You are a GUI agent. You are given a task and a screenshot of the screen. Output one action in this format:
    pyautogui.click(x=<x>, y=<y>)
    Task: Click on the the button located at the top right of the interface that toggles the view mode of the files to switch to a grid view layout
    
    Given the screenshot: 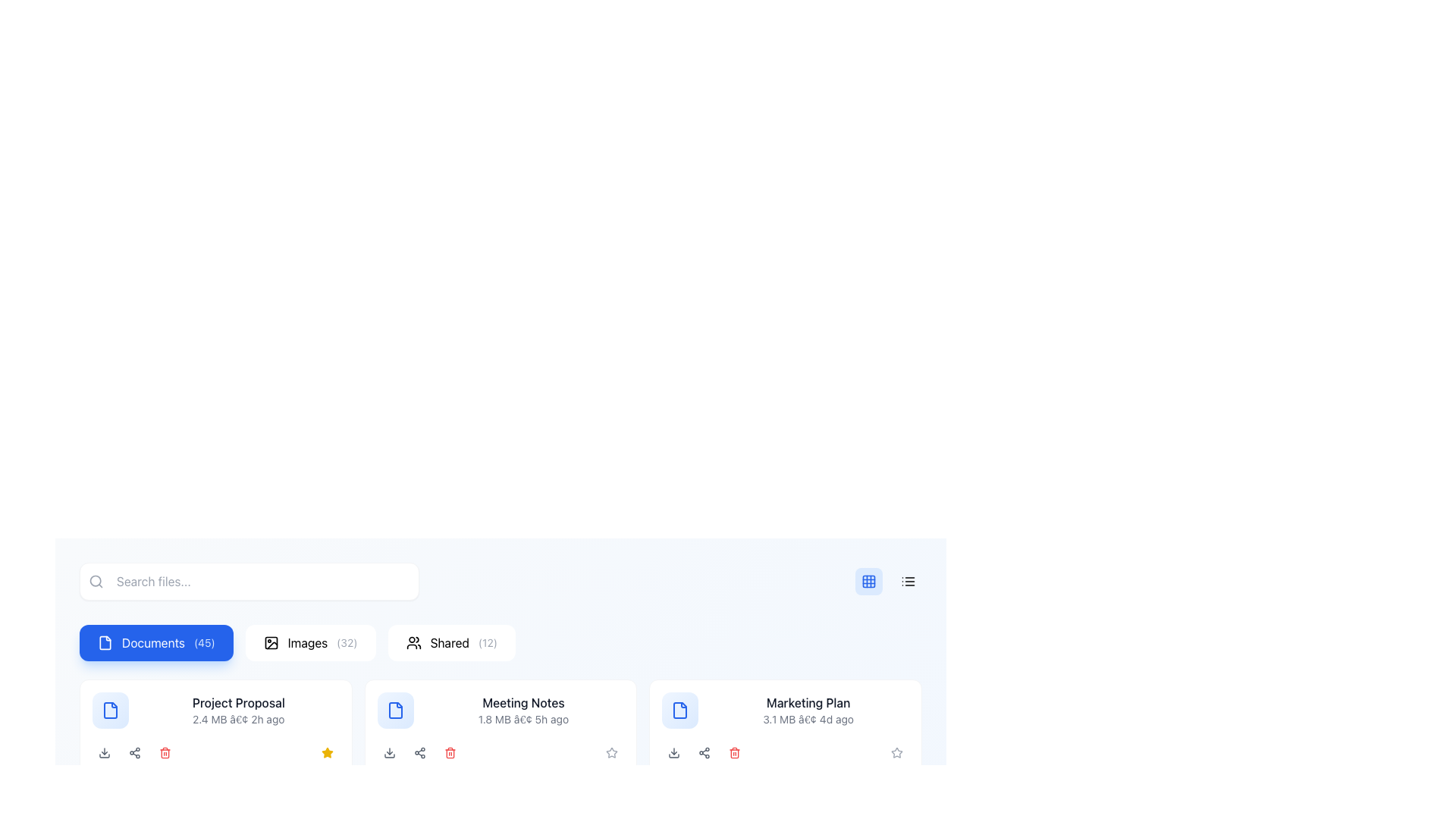 What is the action you would take?
    pyautogui.click(x=869, y=581)
    